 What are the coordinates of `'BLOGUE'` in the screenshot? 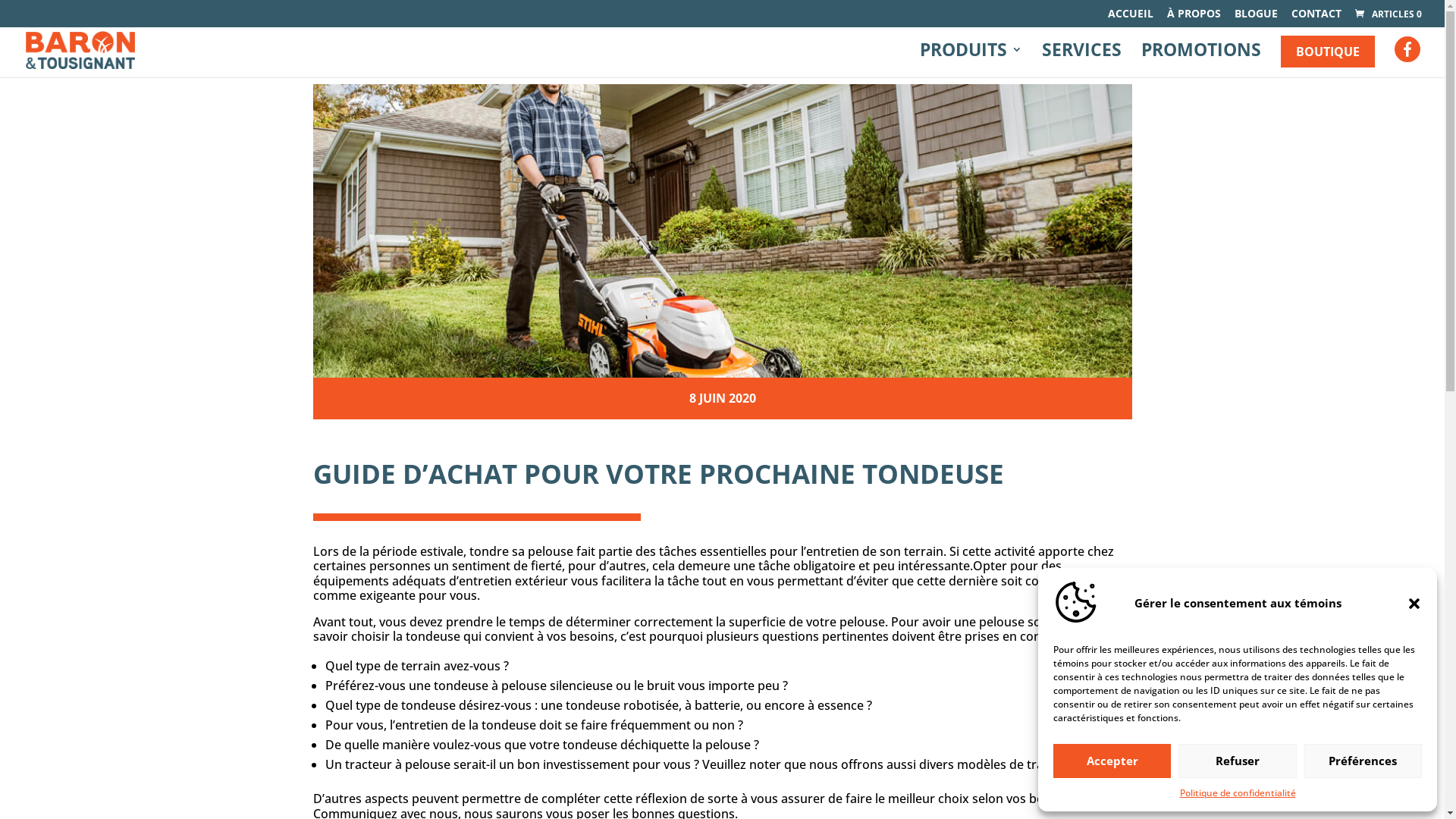 It's located at (1256, 17).